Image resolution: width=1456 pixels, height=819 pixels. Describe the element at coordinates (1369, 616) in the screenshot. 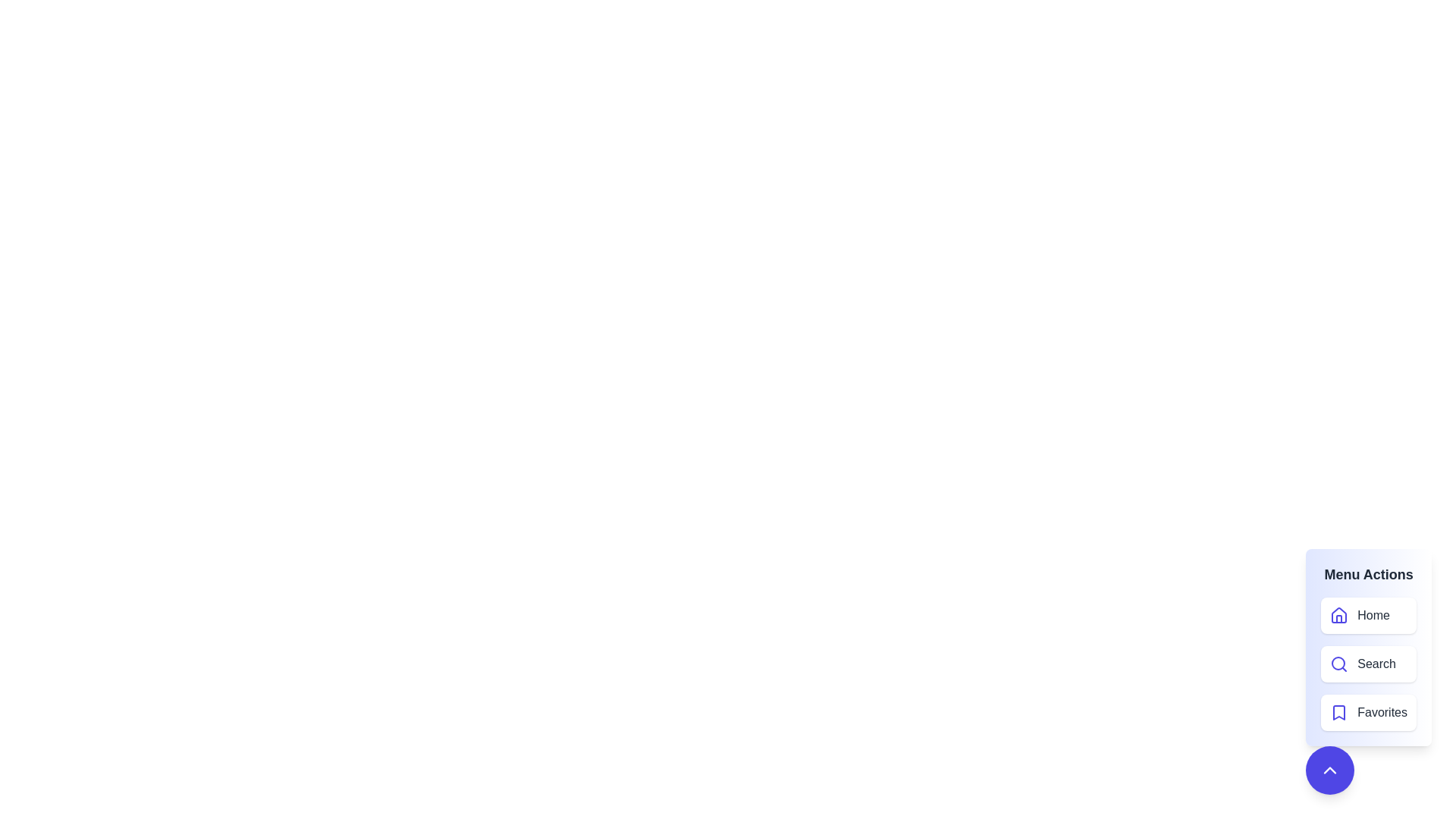

I see `the menu item labeled Home to navigate to the corresponding section` at that location.